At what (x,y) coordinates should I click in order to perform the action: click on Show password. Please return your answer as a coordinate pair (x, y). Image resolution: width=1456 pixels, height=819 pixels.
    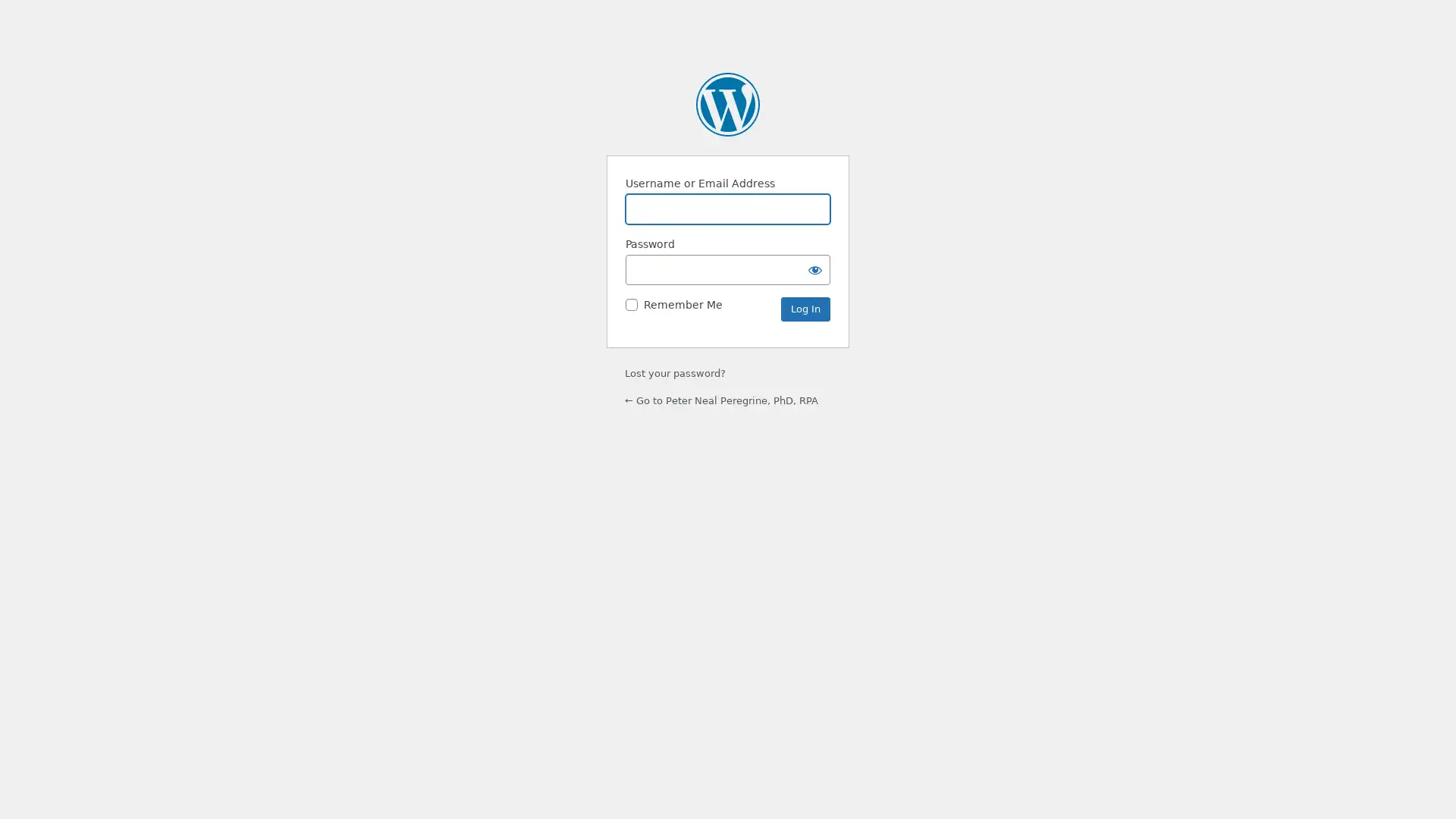
    Looking at the image, I should click on (814, 268).